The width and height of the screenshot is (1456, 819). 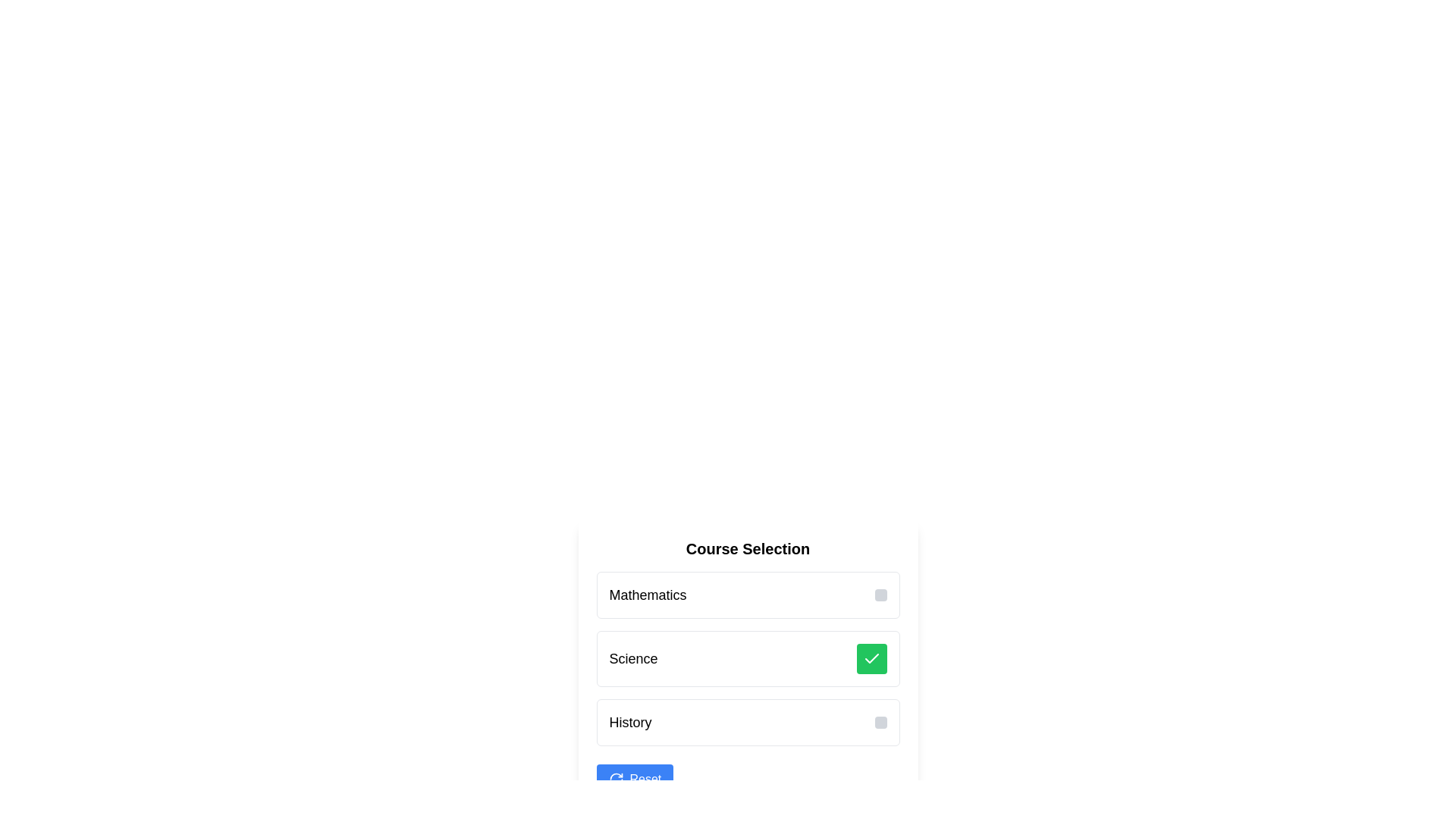 What do you see at coordinates (880, 721) in the screenshot?
I see `the small, square-shaped gray button with rounded corners located at the right end of the 'History' list item` at bounding box center [880, 721].